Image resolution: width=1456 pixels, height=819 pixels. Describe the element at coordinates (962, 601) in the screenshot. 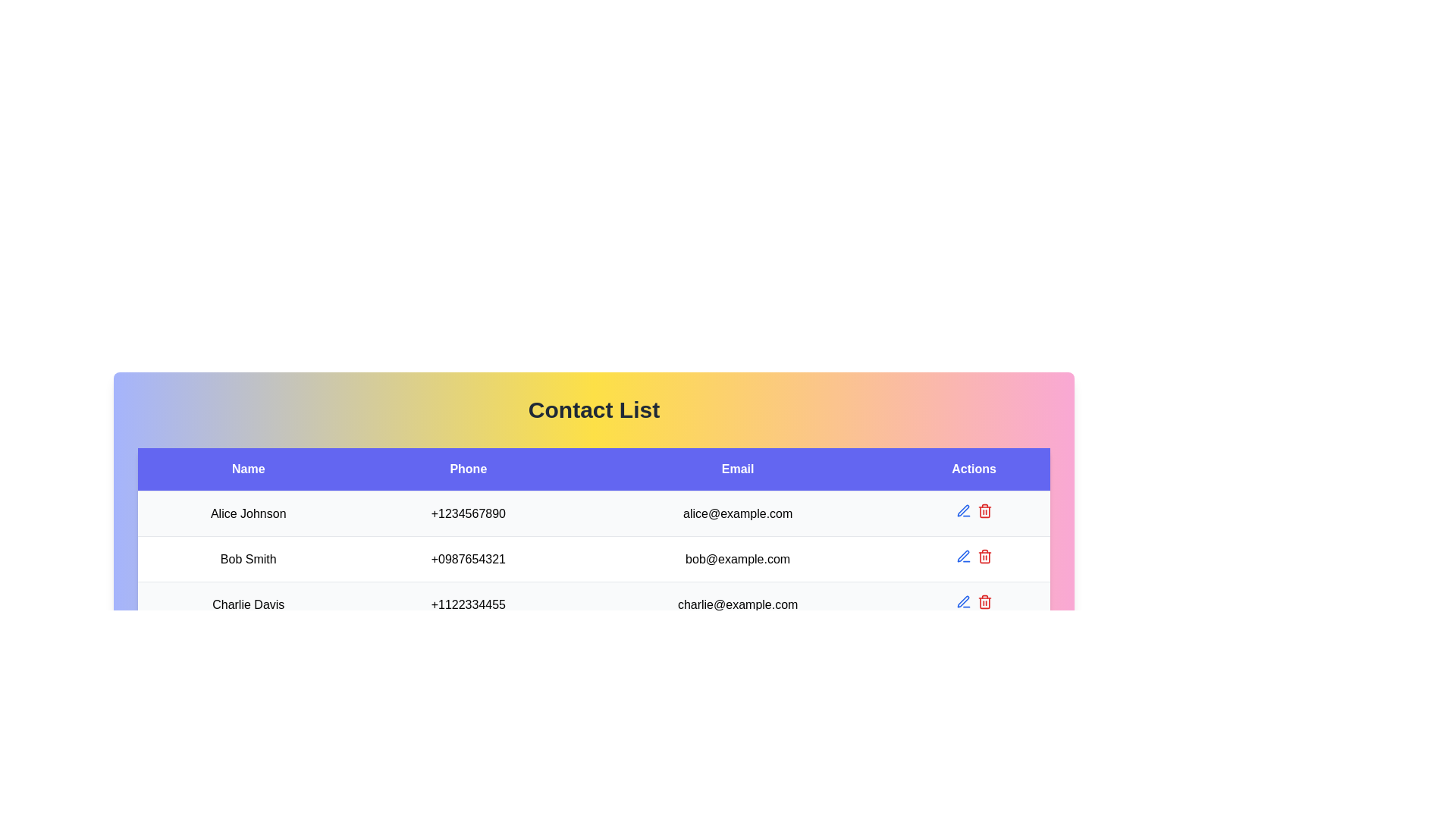

I see `the edit button located in the 'Actions' column of the row corresponding to 'Alice Johnson' in the table` at that location.